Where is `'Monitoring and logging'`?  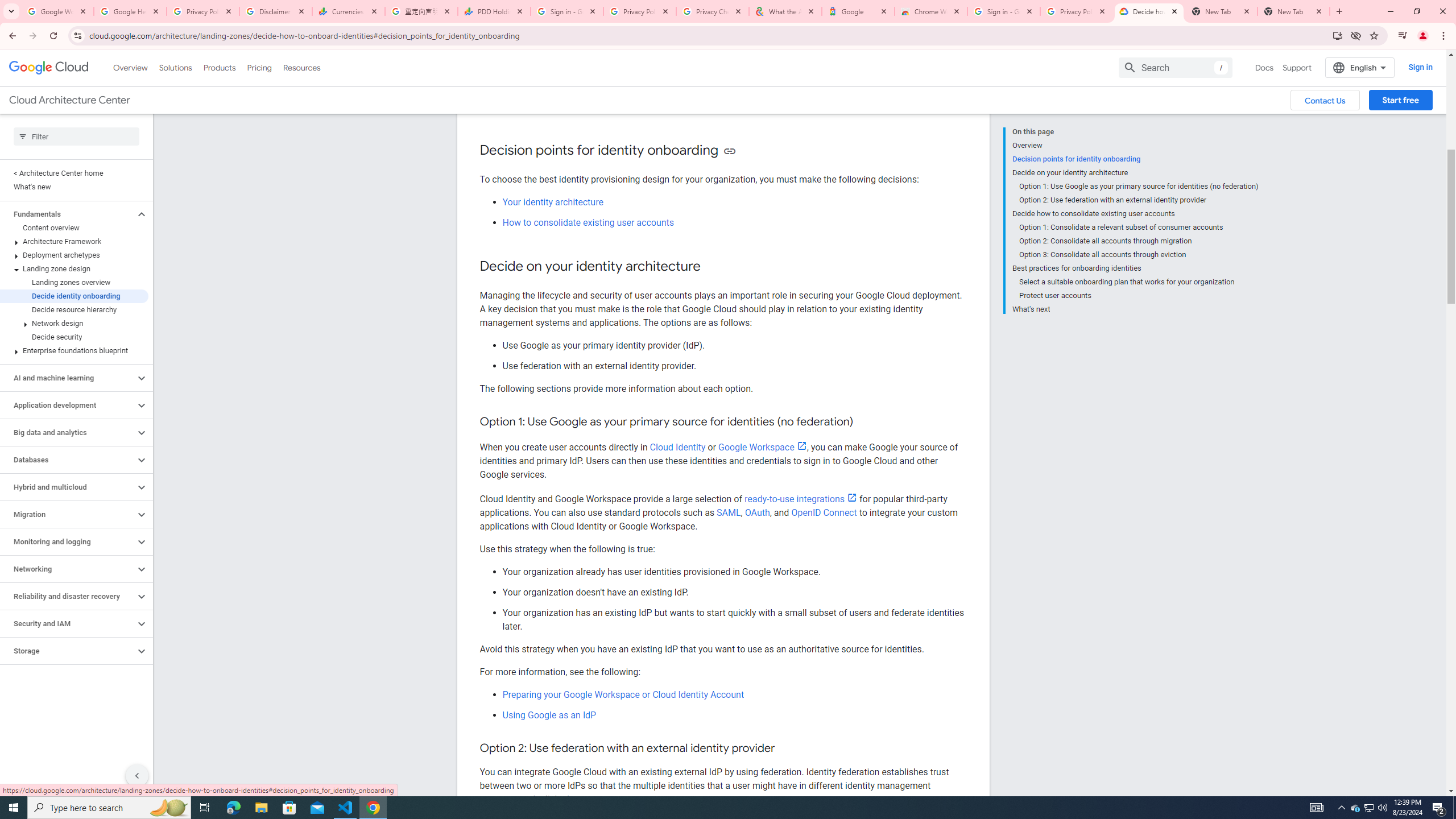 'Monitoring and logging' is located at coordinates (67, 541).